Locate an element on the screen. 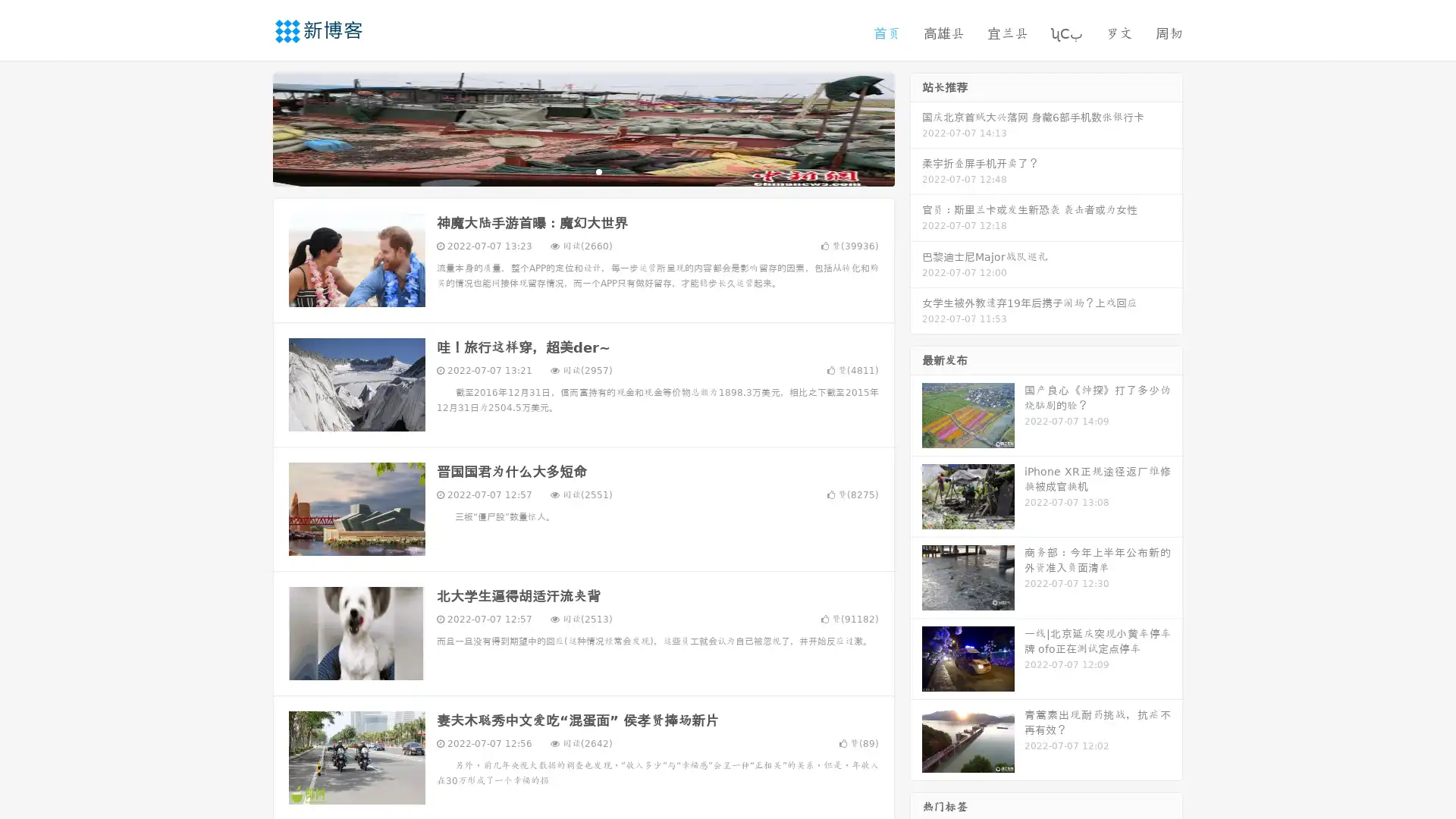 The height and width of the screenshot is (819, 1456). Go to slide 2 is located at coordinates (582, 171).